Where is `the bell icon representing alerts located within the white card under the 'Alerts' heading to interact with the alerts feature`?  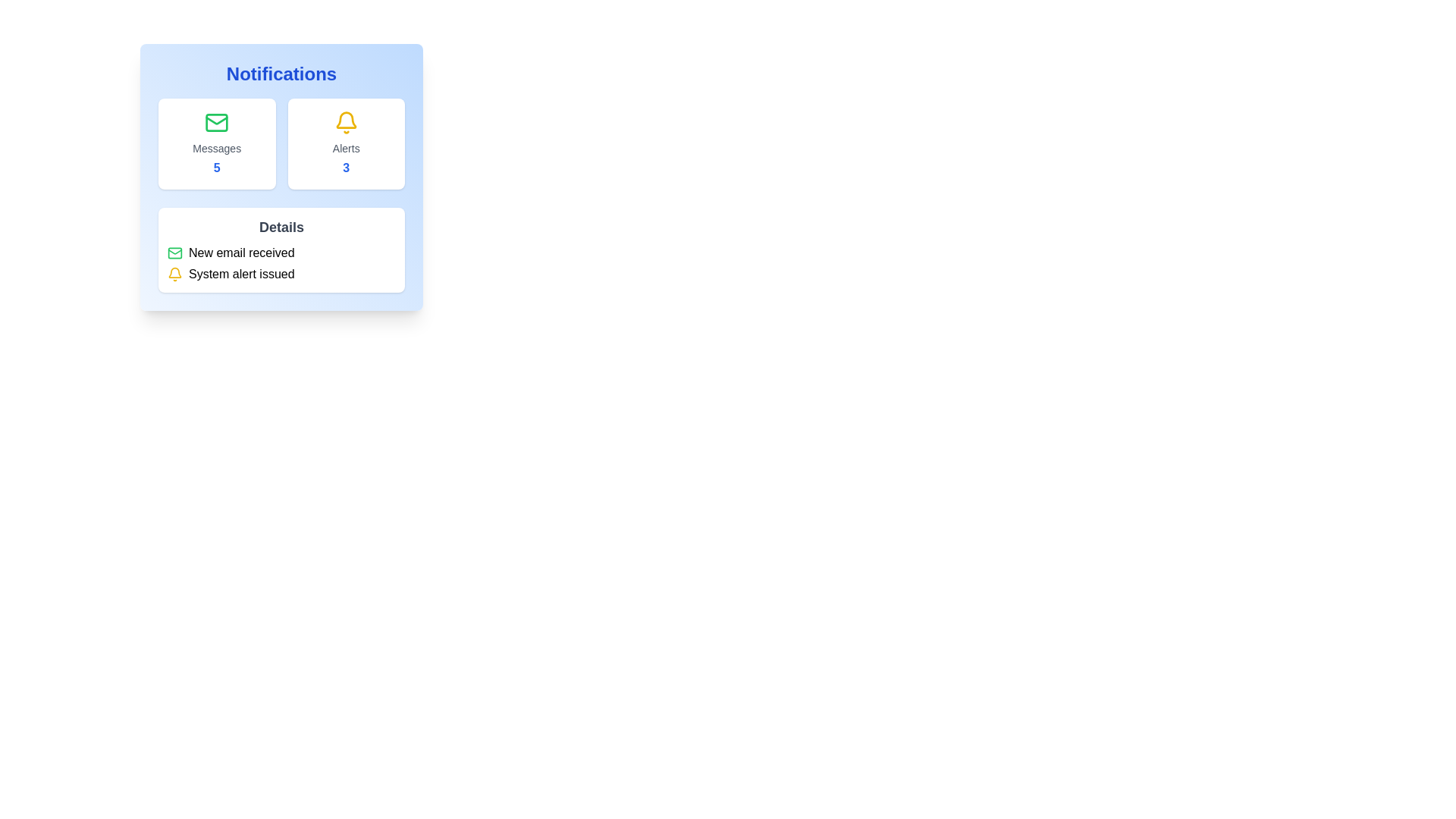 the bell icon representing alerts located within the white card under the 'Alerts' heading to interact with the alerts feature is located at coordinates (345, 122).